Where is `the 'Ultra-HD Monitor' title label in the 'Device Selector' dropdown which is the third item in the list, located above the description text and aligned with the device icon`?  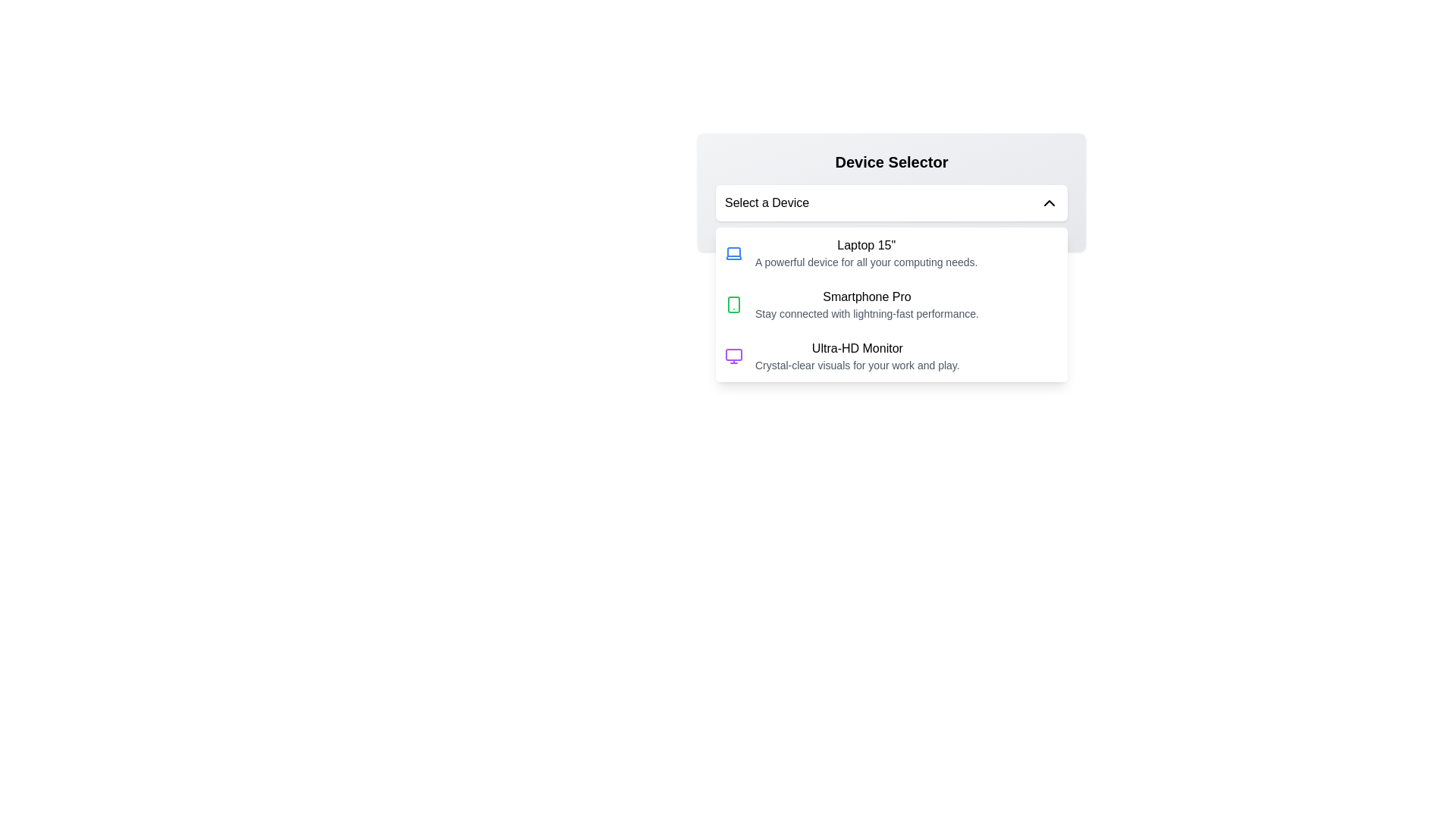 the 'Ultra-HD Monitor' title label in the 'Device Selector' dropdown which is the third item in the list, located above the description text and aligned with the device icon is located at coordinates (857, 348).